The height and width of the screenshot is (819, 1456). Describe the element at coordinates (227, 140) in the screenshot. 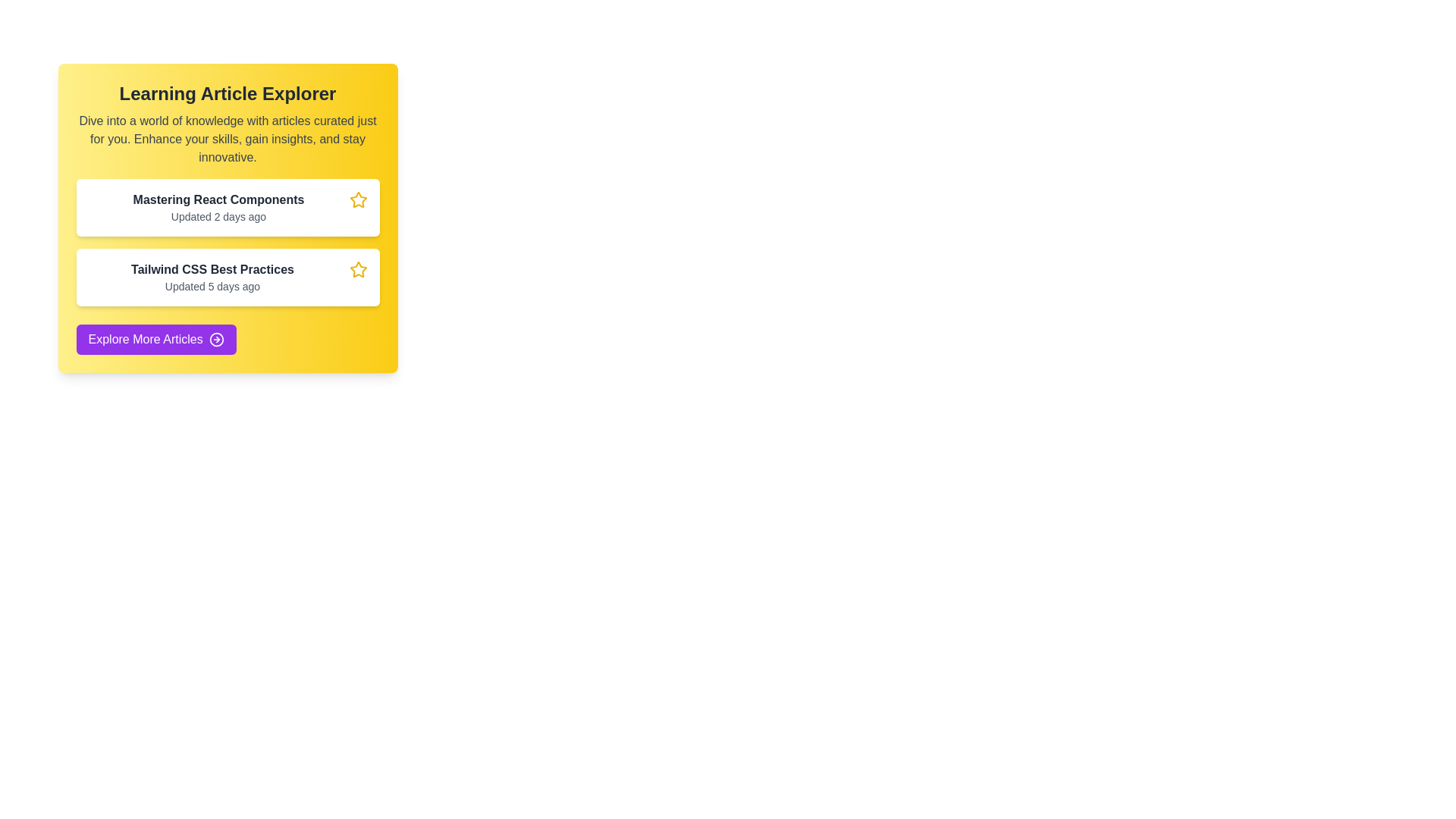

I see `the text block containing the message 'Dive into a world of knowledge with articles curated just for you...'` at that location.